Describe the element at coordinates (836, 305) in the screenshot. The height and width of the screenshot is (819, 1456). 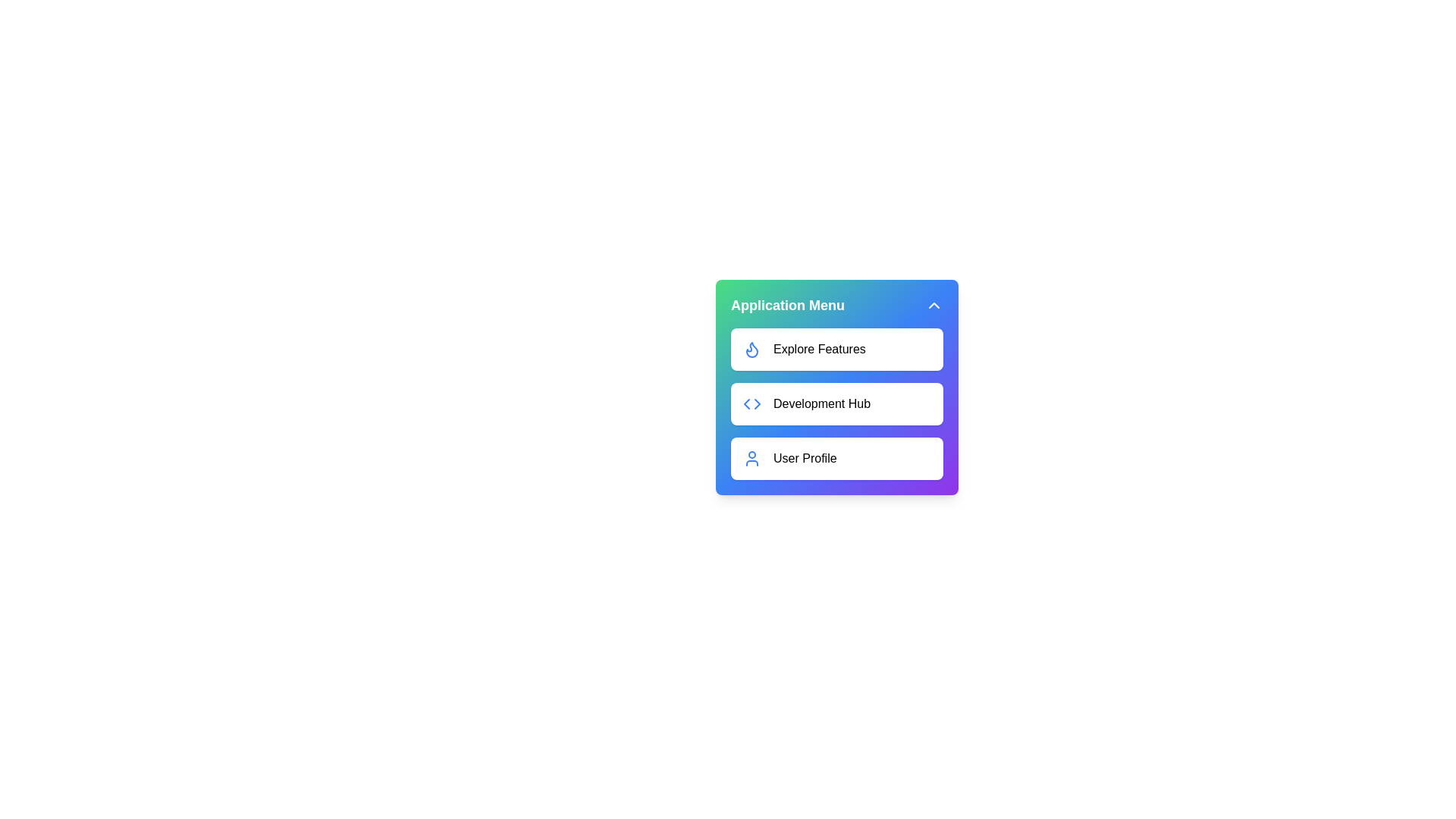
I see `the title 'Application Menu' to focus on it` at that location.